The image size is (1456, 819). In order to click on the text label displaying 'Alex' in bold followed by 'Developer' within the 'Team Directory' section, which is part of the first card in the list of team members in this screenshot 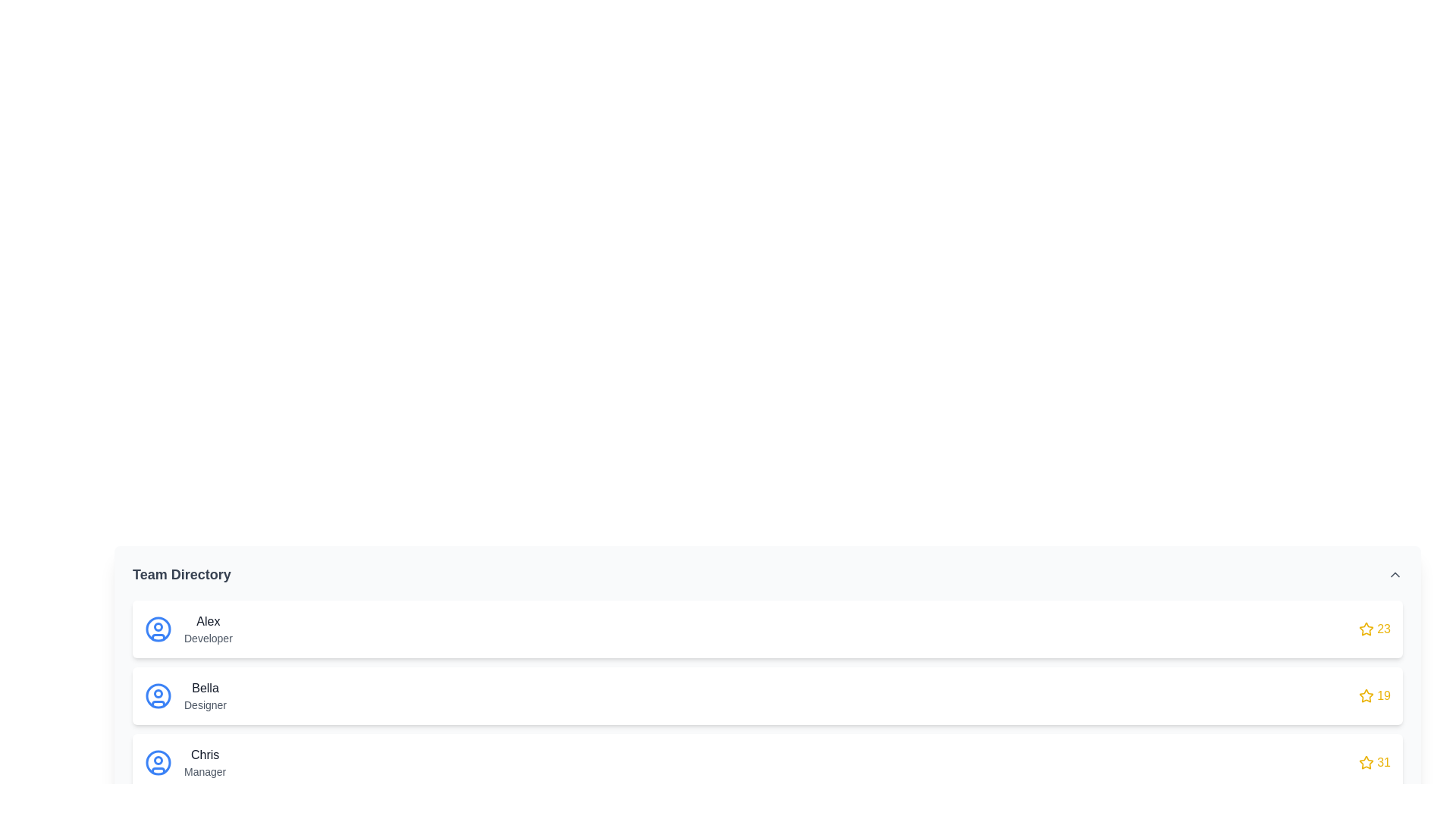, I will do `click(207, 629)`.